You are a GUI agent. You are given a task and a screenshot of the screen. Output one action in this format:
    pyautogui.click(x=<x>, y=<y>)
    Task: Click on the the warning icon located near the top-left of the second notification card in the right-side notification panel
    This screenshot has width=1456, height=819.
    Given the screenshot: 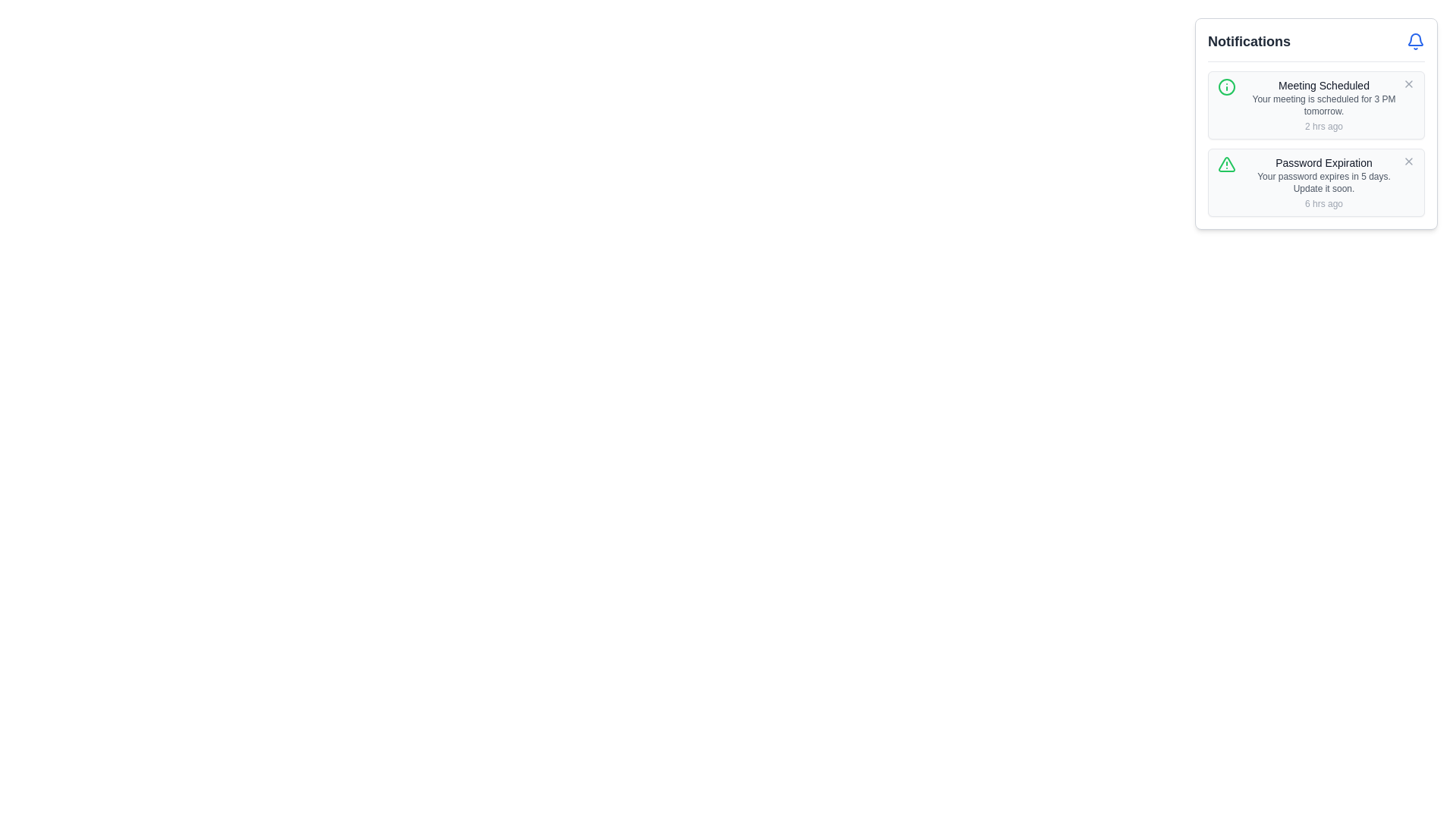 What is the action you would take?
    pyautogui.click(x=1226, y=164)
    